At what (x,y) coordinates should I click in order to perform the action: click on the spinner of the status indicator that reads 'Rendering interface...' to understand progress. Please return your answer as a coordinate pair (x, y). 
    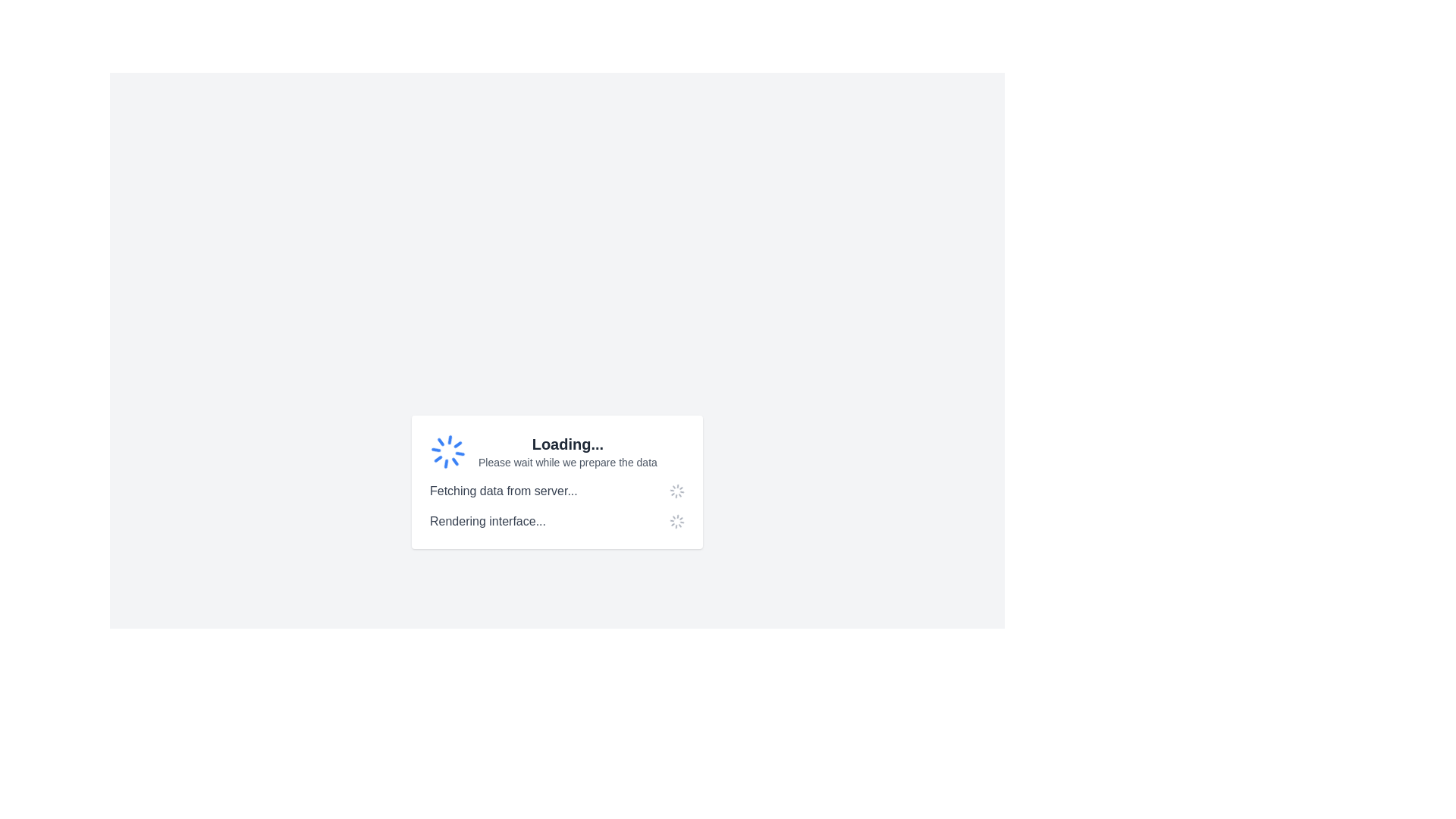
    Looking at the image, I should click on (556, 520).